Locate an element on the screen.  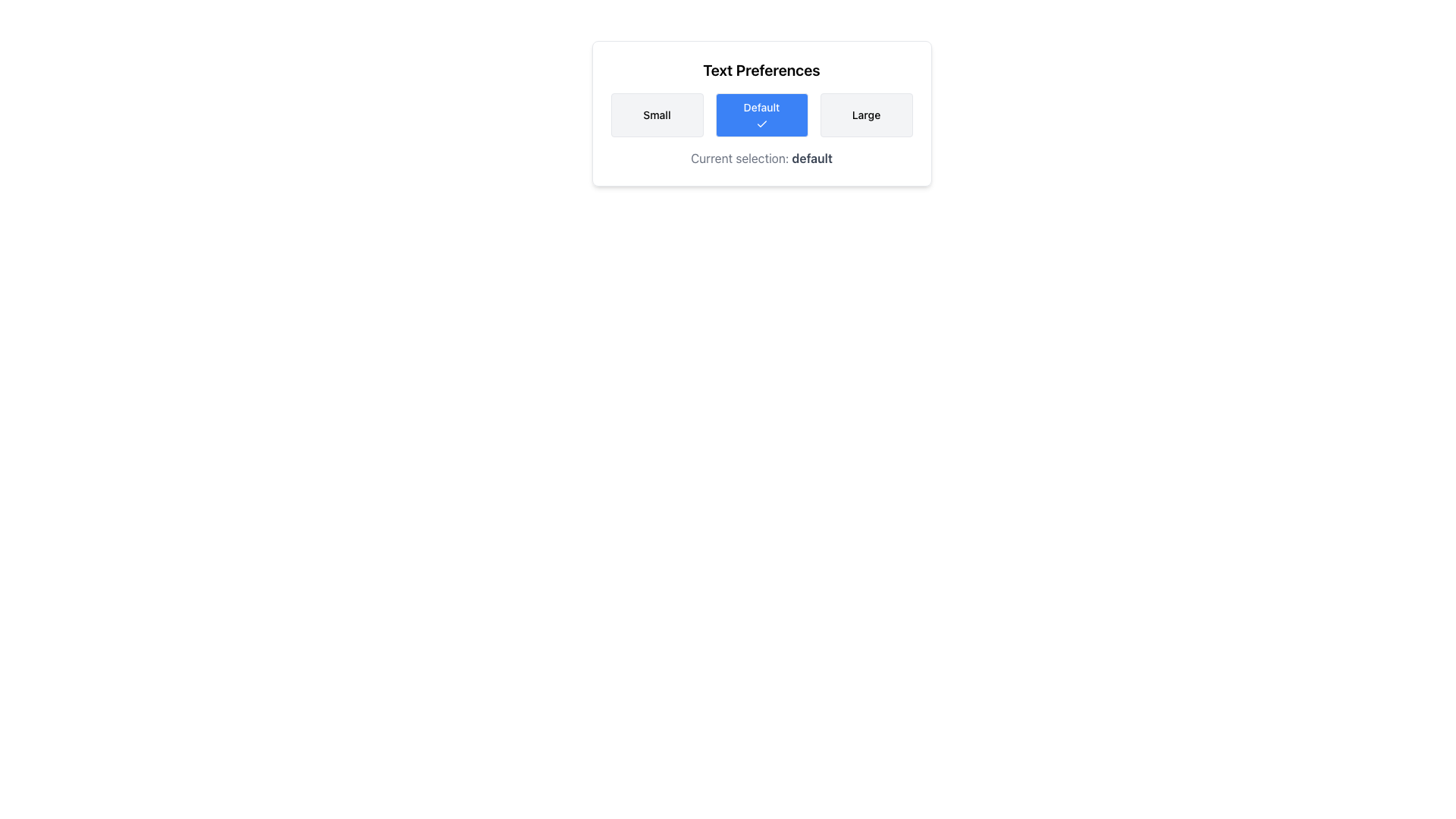
the selection status represented by the confirmation icon located at the bottom-center of the 'Default' button in the text size selection group is located at coordinates (761, 124).